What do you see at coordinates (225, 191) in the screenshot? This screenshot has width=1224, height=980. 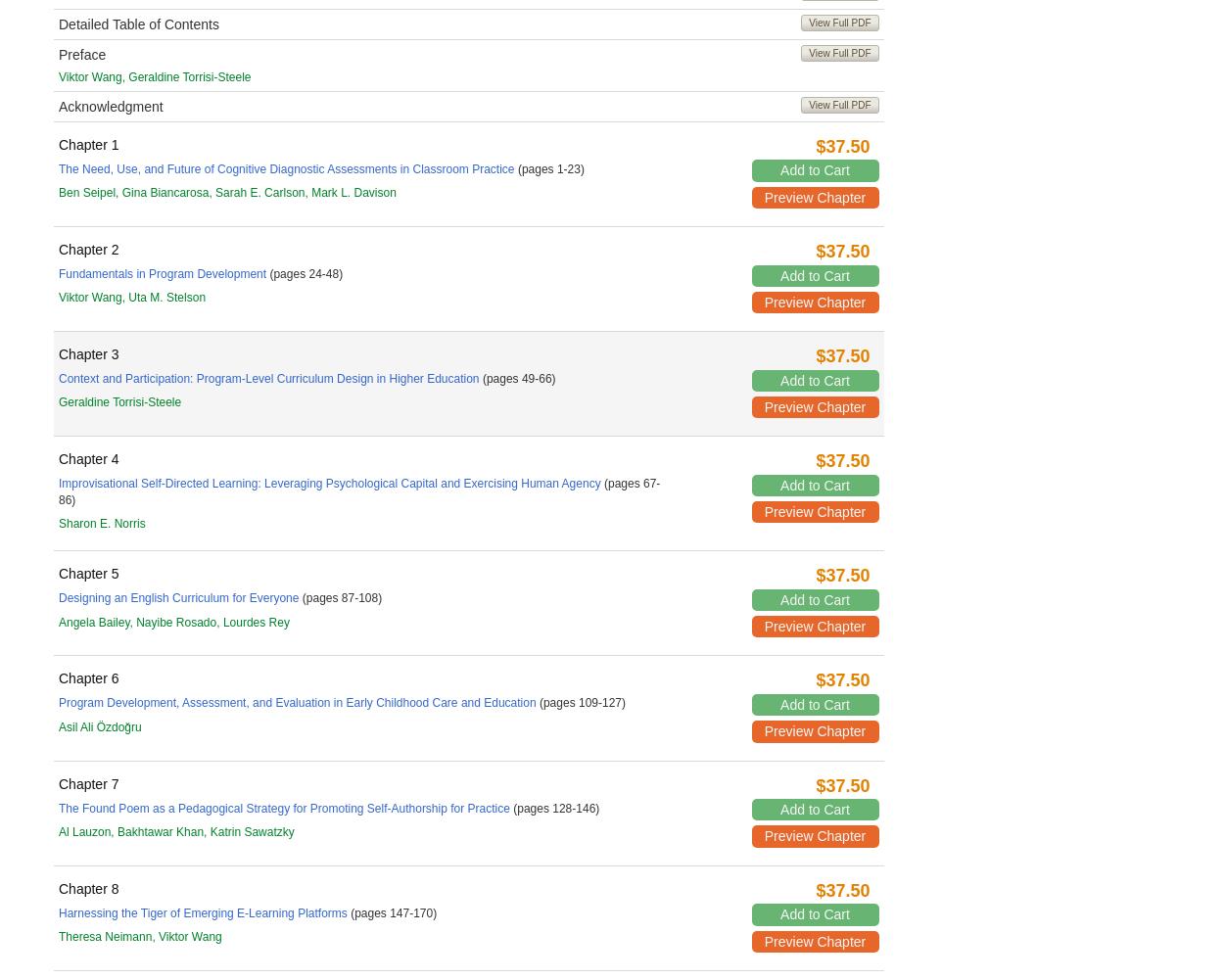 I see `'Ben Seipel, Gina Biancarosa, Sarah E. Carlson, Mark L. Davison'` at bounding box center [225, 191].